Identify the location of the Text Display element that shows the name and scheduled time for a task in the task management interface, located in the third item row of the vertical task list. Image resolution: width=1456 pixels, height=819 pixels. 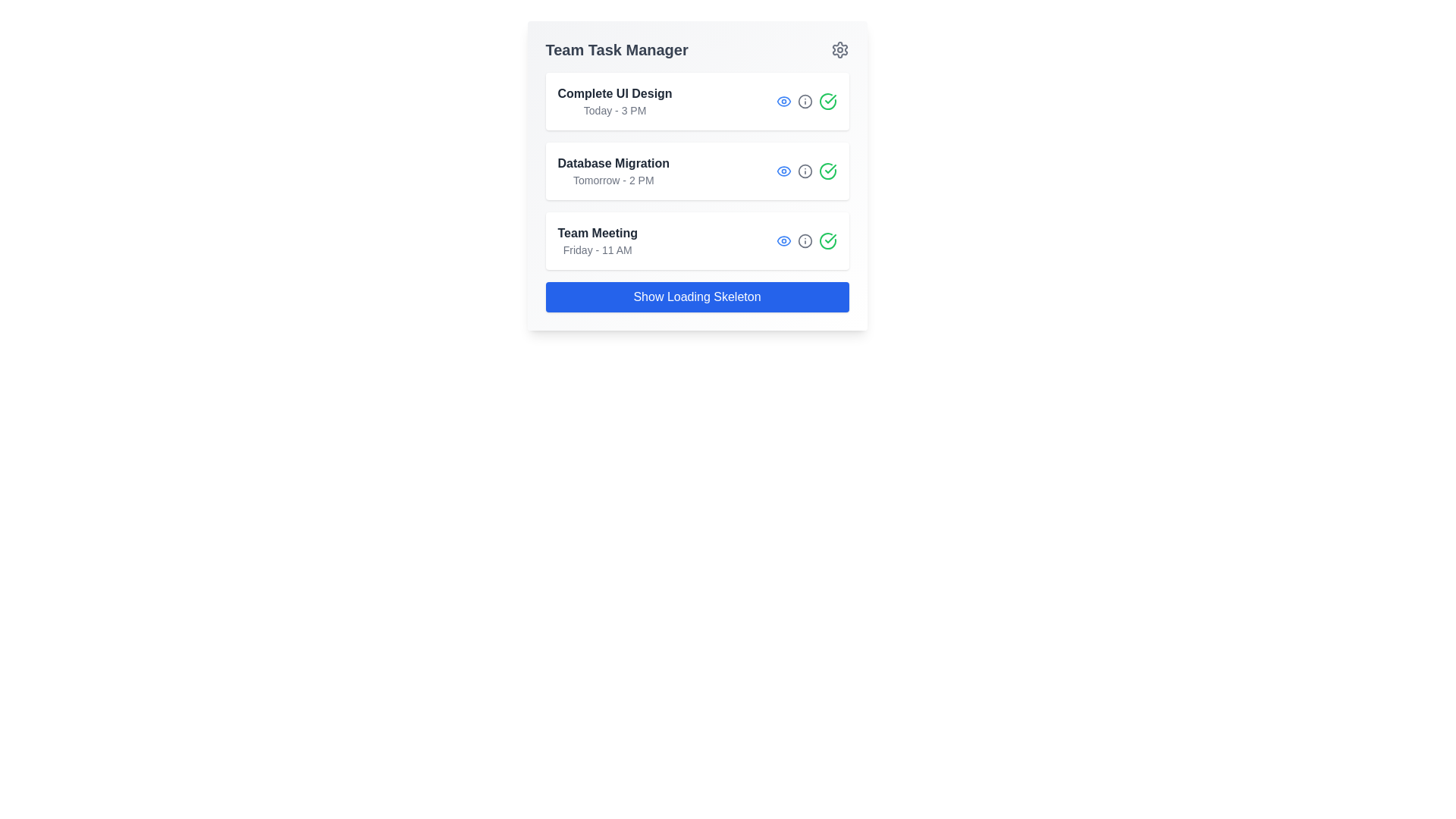
(597, 240).